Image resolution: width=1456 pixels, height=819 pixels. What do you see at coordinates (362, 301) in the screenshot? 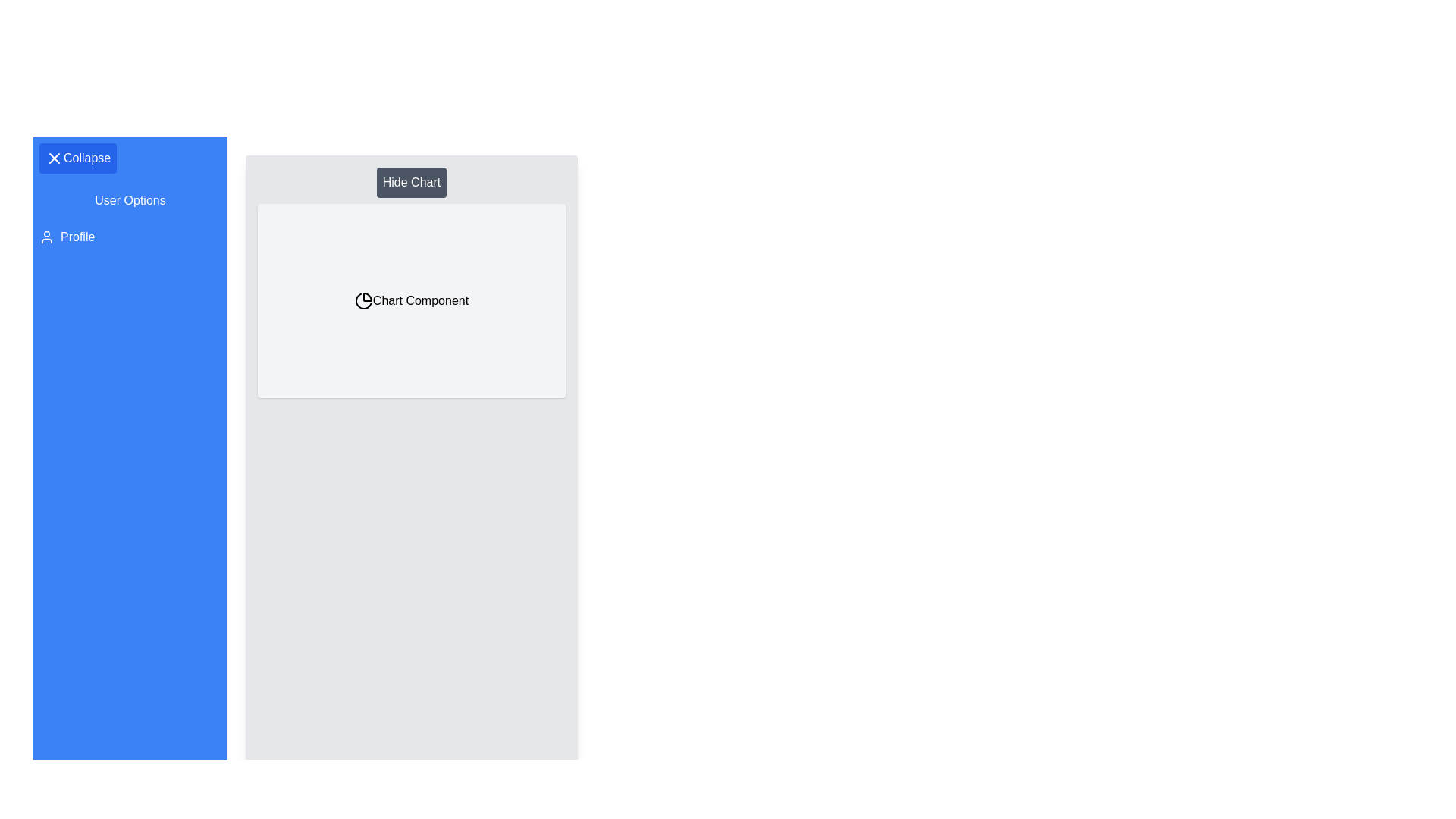
I see `the simplistic pie chart icon within the 'Chart Component' widget, which is outlined in black and has no fill` at bounding box center [362, 301].